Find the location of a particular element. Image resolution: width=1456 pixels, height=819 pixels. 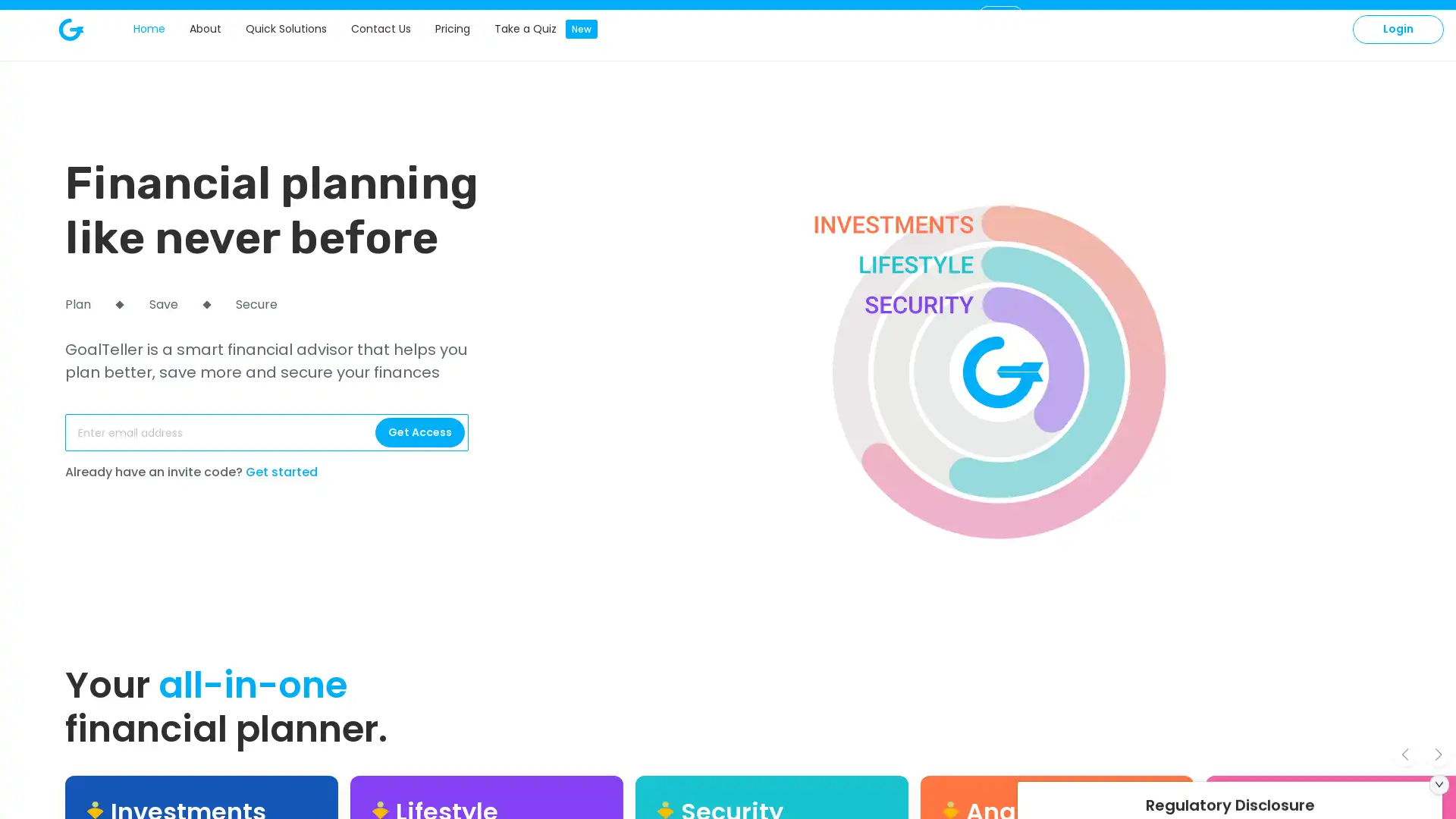

Previous slide is located at coordinates (1404, 754).